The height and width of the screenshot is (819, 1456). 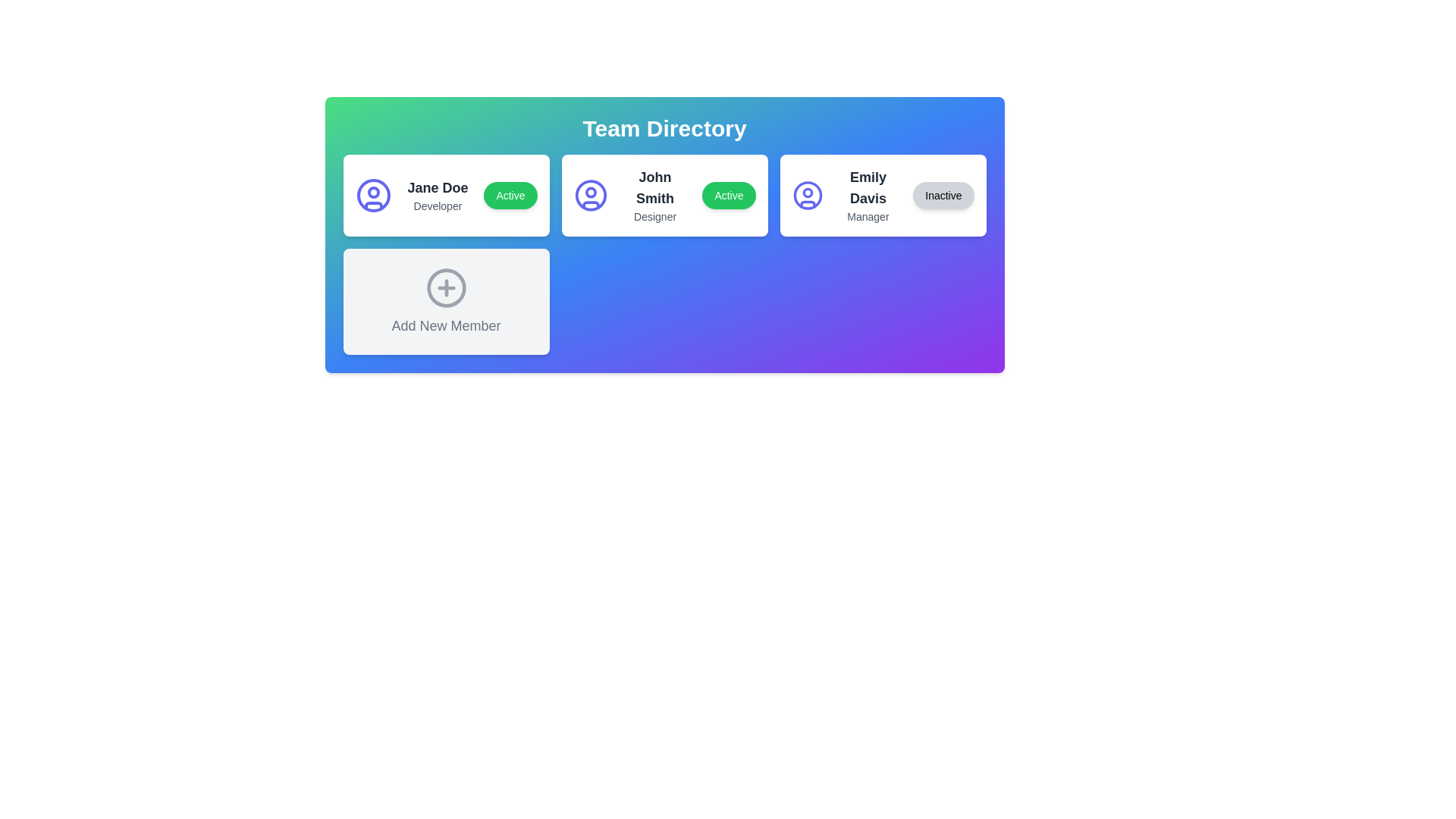 I want to click on the Text Display (Label) that shows the user's name and title in the 'Team Directory' section, located below the user icon and adjacent to the 'Inactive' status button, so click(x=868, y=195).